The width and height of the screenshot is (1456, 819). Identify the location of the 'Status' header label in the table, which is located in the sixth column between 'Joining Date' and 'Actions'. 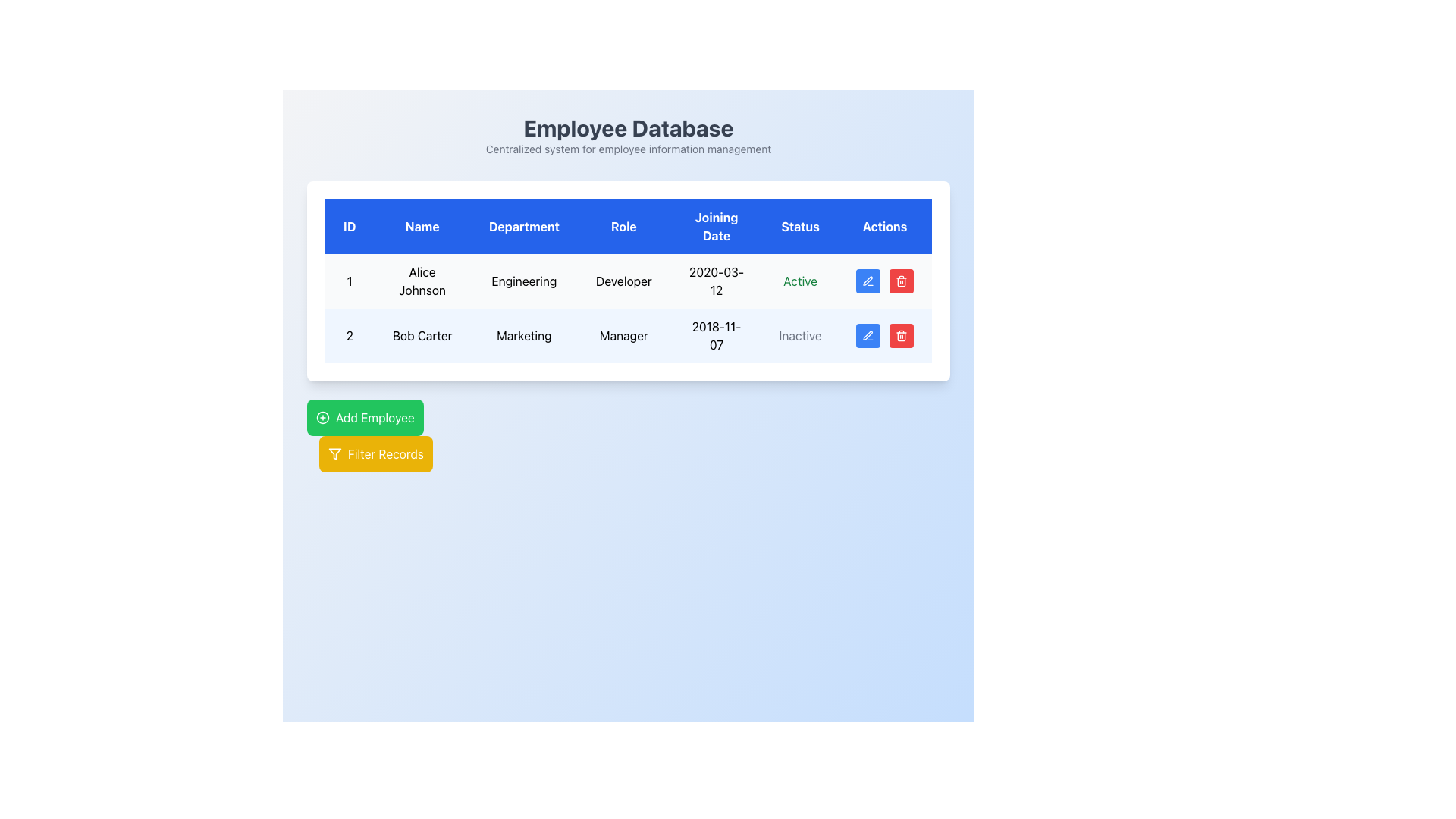
(799, 227).